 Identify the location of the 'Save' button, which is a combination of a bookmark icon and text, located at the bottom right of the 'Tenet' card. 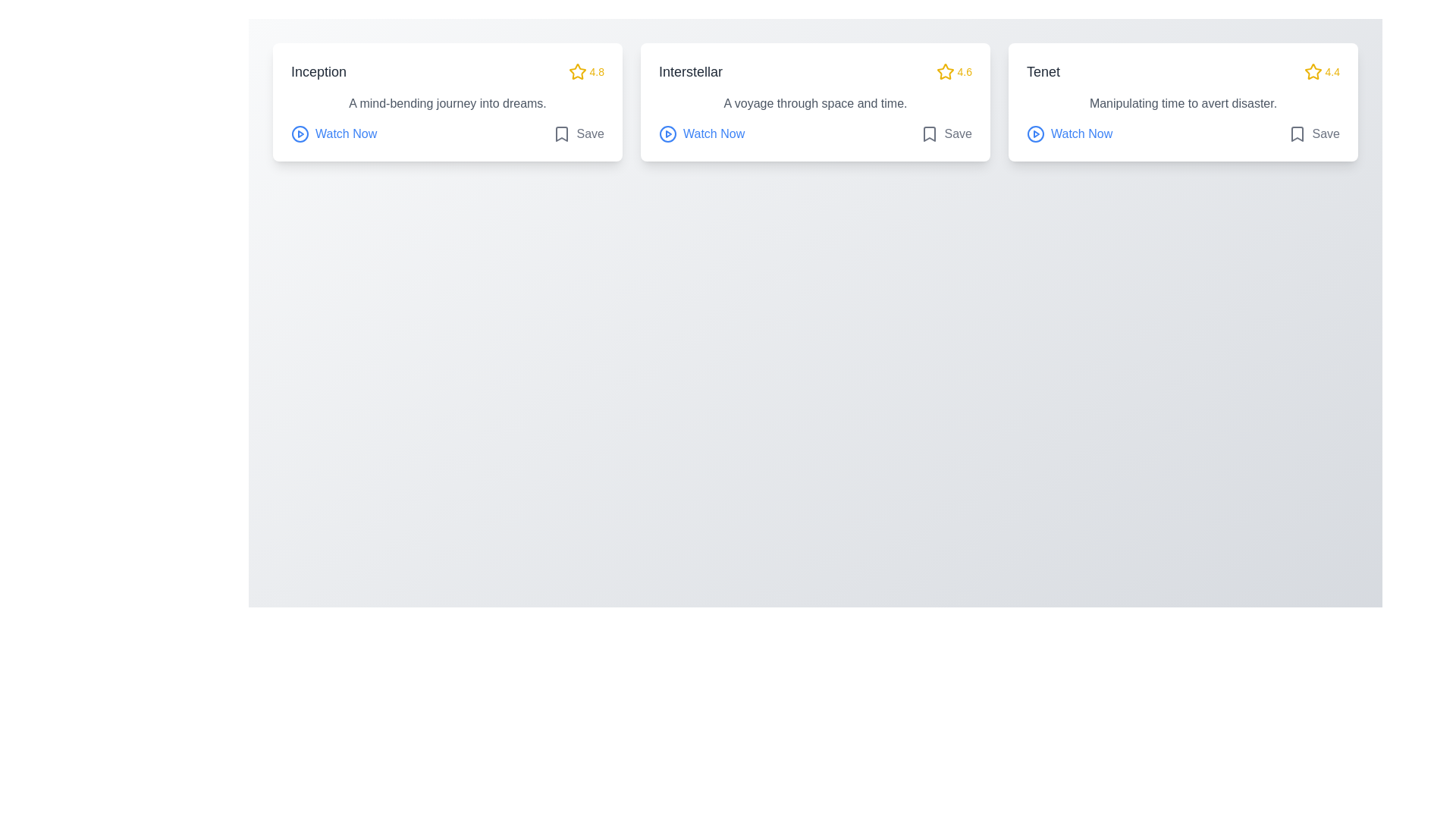
(1313, 133).